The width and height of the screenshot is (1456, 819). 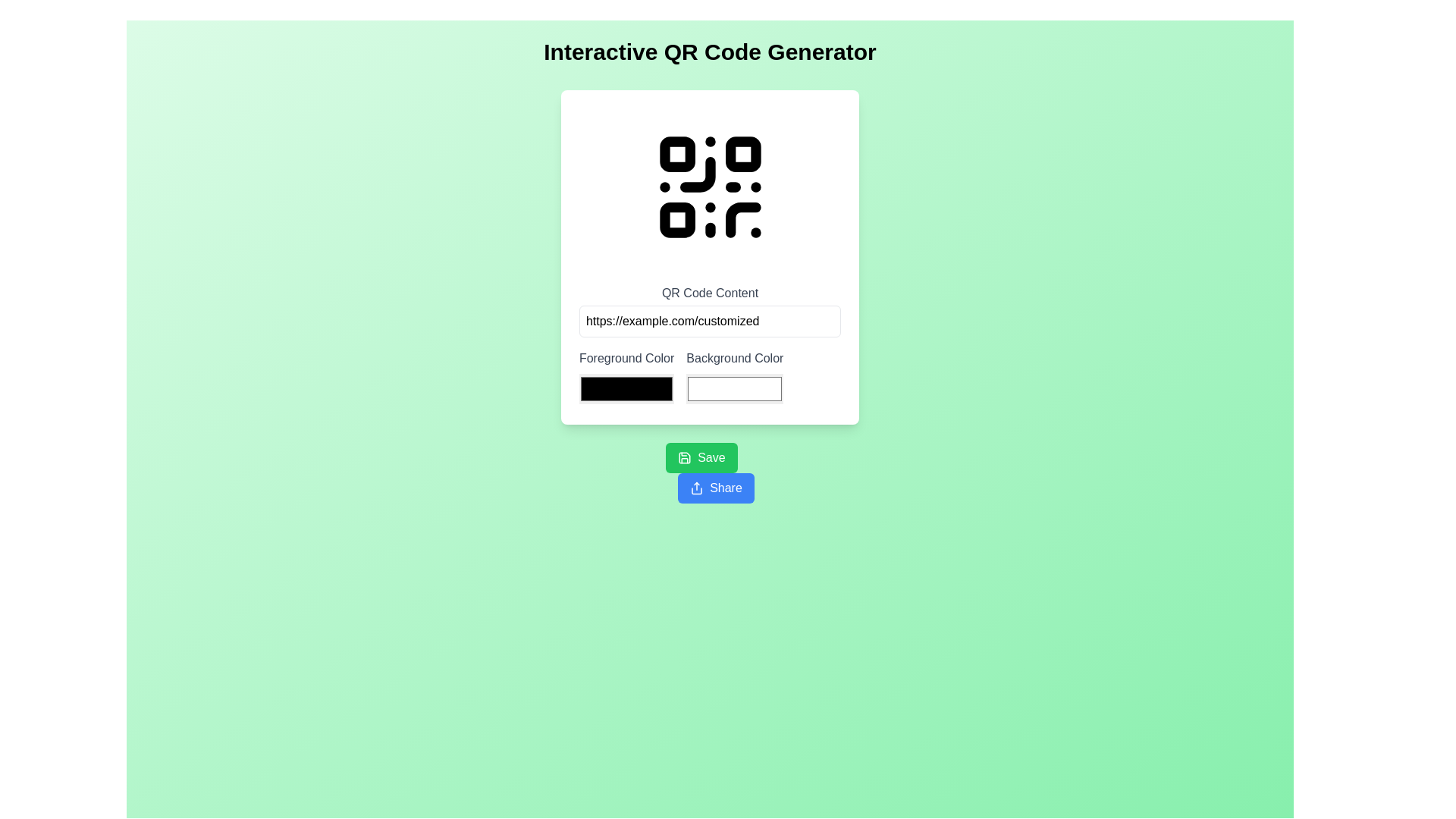 What do you see at coordinates (626, 359) in the screenshot?
I see `the static label text that guides users to the adjacent color input field, located to the left of the color selection field with a black square` at bounding box center [626, 359].